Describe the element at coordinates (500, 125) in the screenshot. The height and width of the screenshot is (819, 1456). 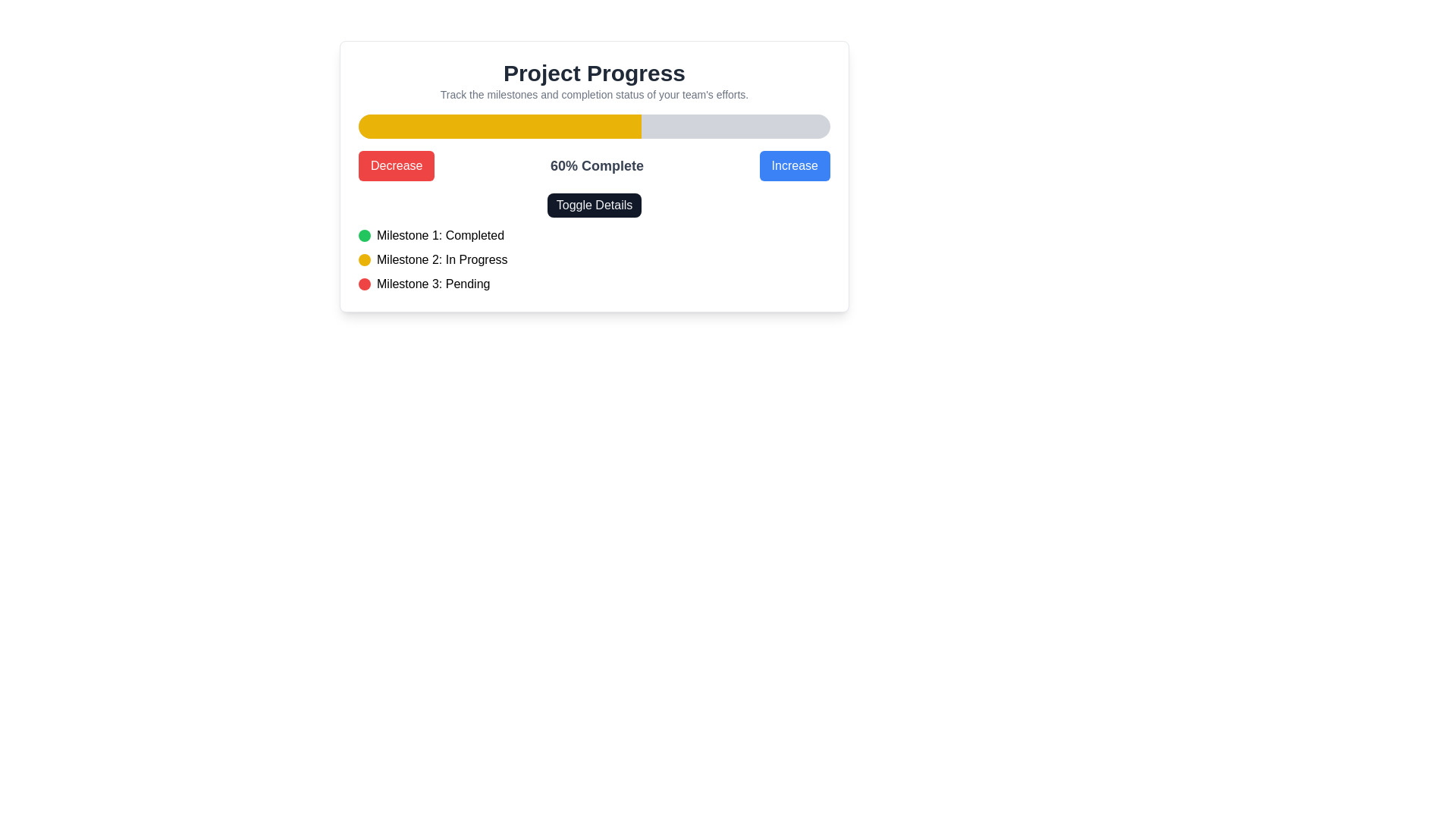
I see `the progress bar segment that visually represents the current progress percentage, indicating task or project completion level` at that location.